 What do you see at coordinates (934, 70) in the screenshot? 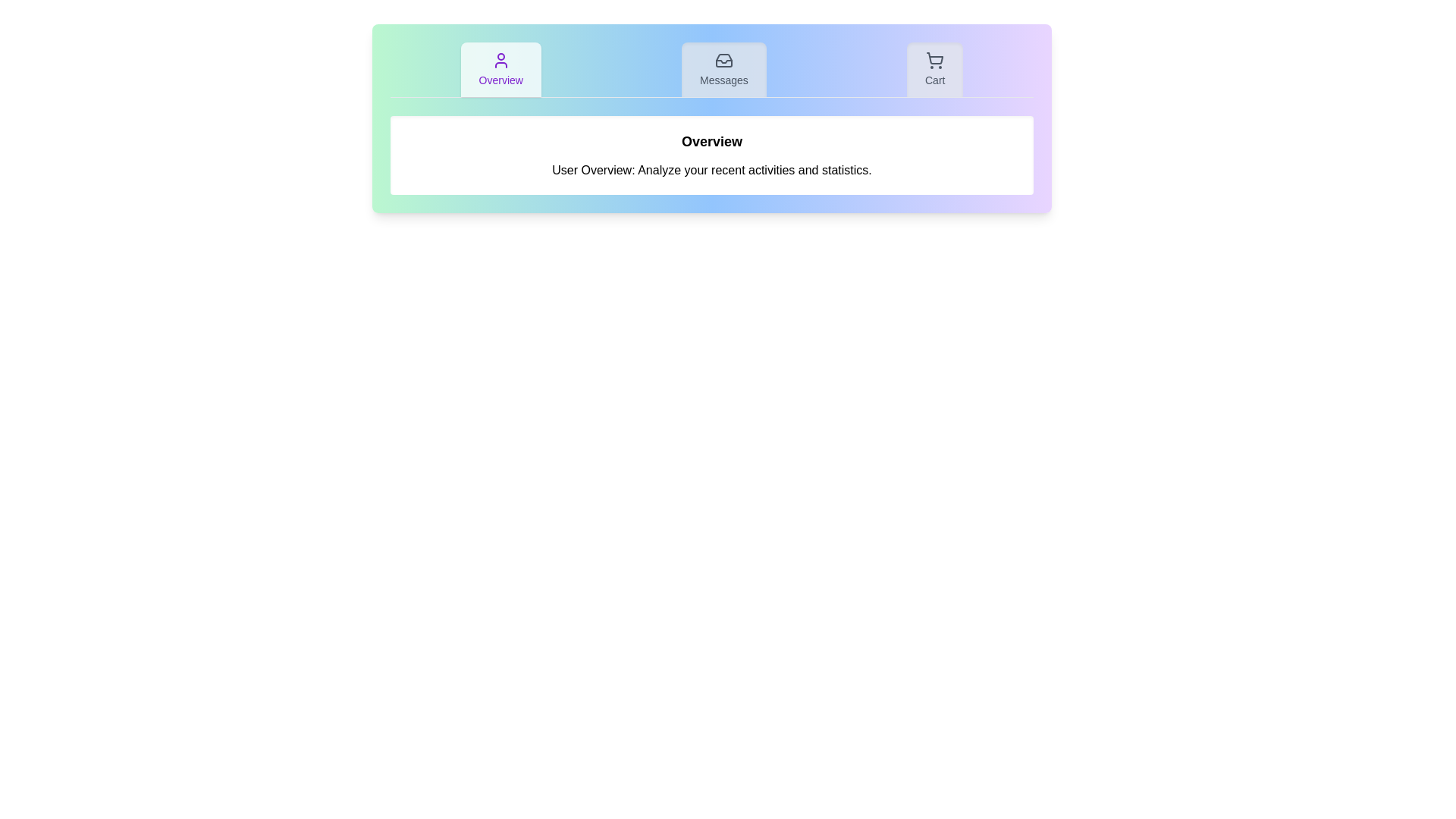
I see `the Cart tab by clicking on its button` at bounding box center [934, 70].